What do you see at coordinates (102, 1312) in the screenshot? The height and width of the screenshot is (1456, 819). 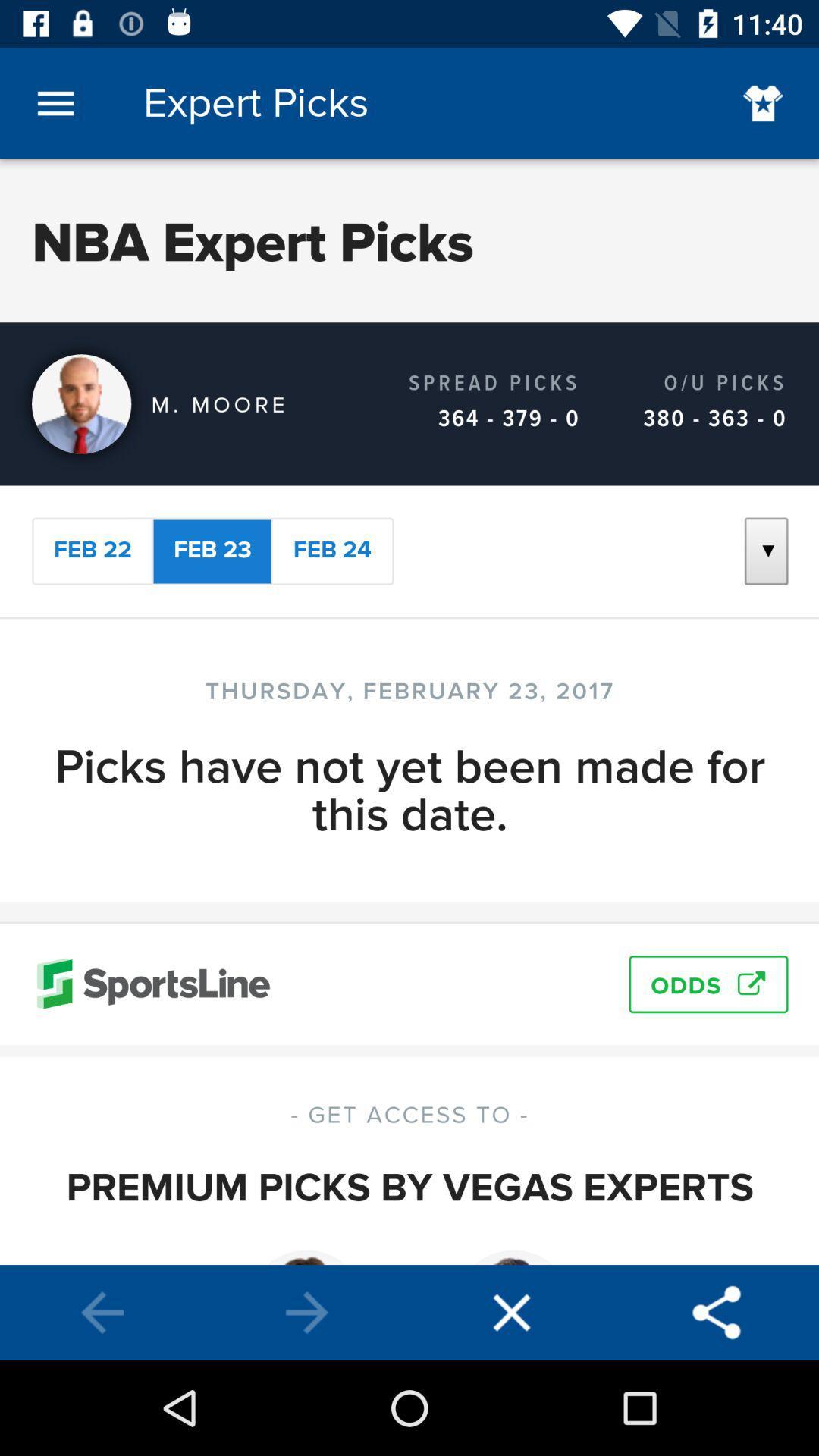 I see `go back` at bounding box center [102, 1312].